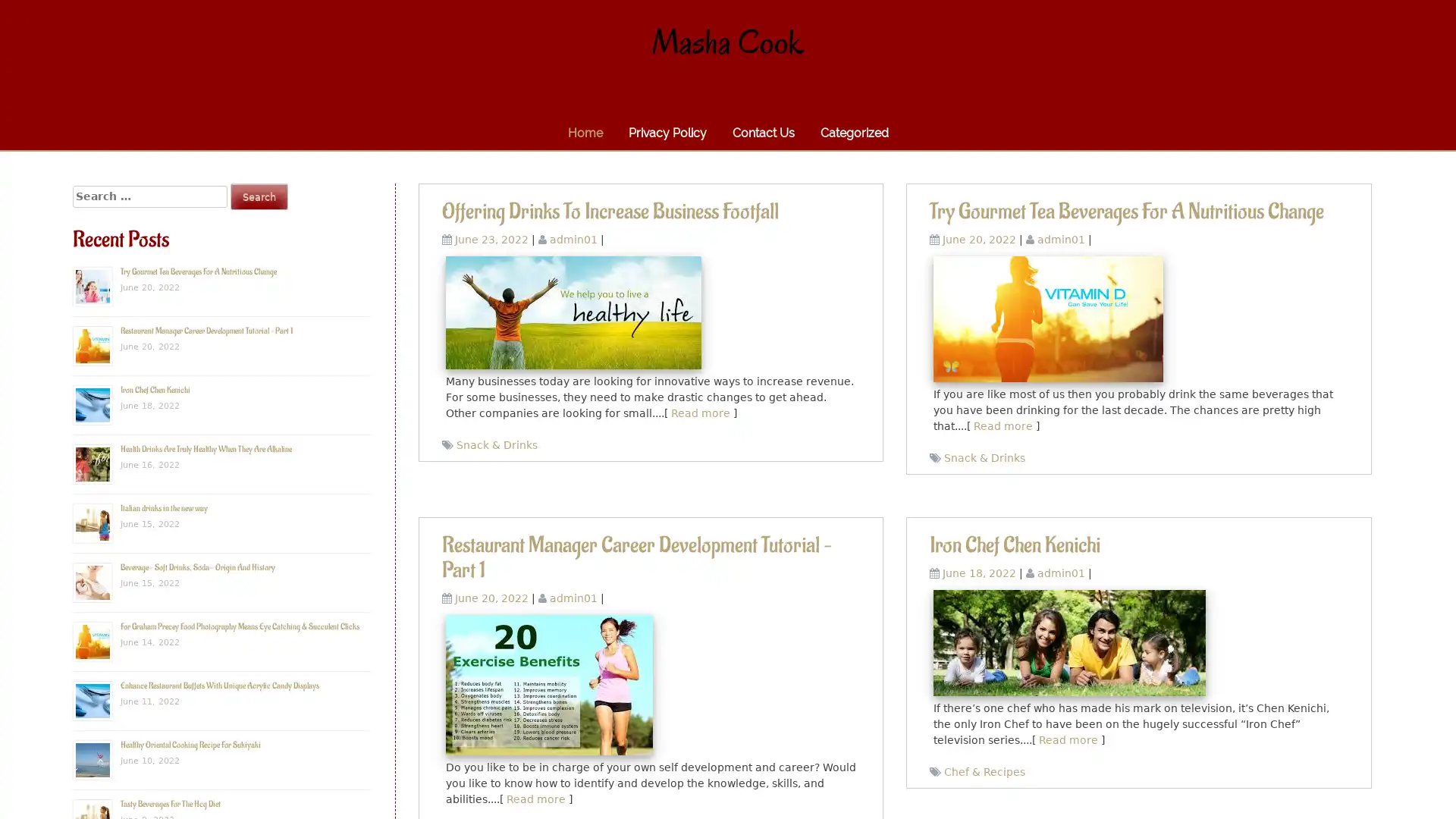 This screenshot has height=819, width=1456. What do you see at coordinates (259, 196) in the screenshot?
I see `Search` at bounding box center [259, 196].